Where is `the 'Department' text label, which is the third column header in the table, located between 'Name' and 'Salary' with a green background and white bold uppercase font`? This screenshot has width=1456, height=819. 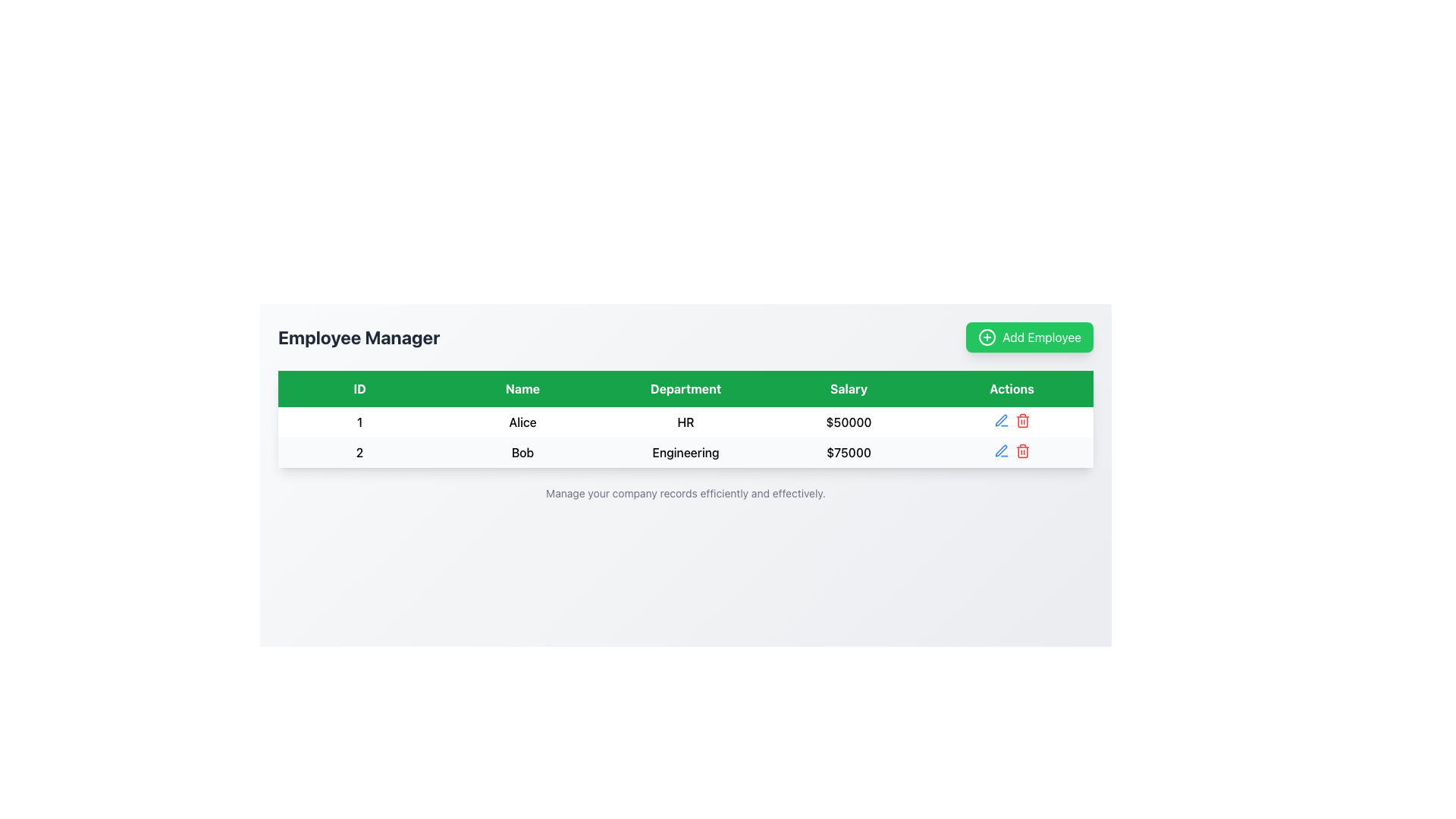 the 'Department' text label, which is the third column header in the table, located between 'Name' and 'Salary' with a green background and white bold uppercase font is located at coordinates (685, 388).